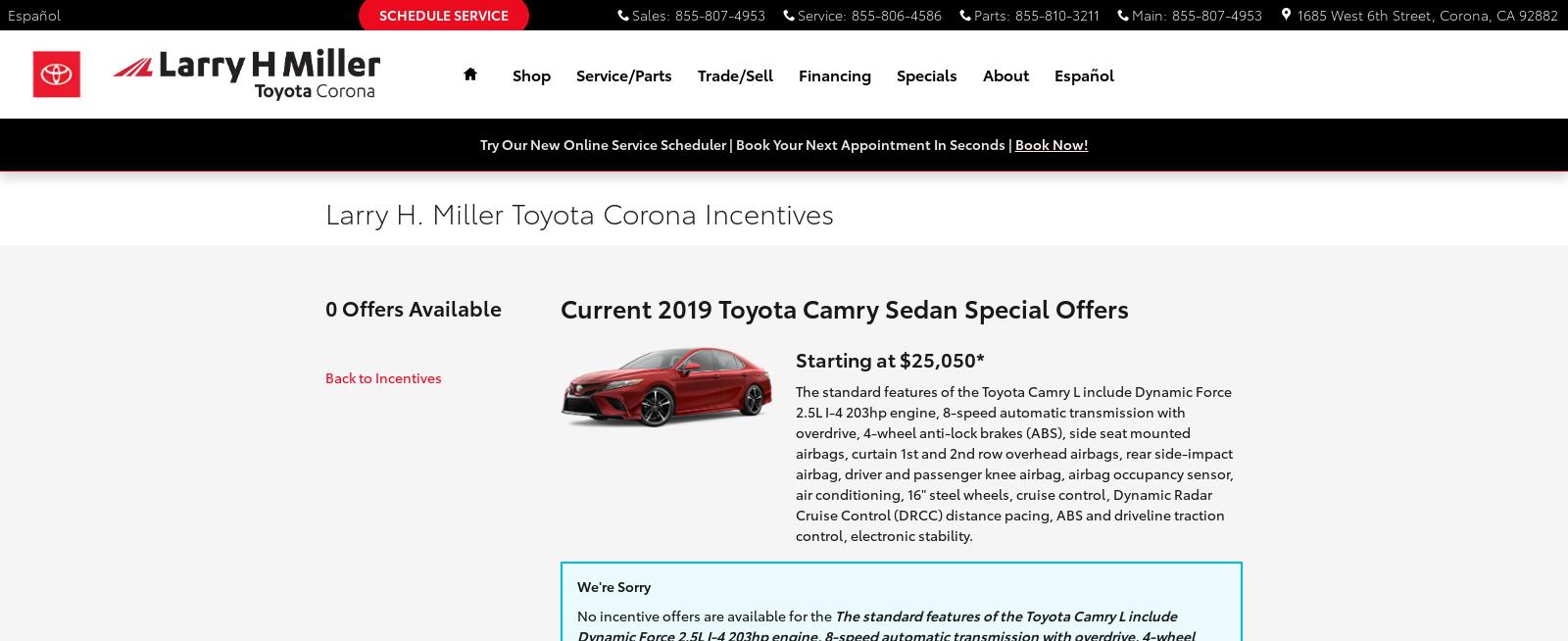 The height and width of the screenshot is (641, 1568). What do you see at coordinates (442, 13) in the screenshot?
I see `'Schedule Service'` at bounding box center [442, 13].